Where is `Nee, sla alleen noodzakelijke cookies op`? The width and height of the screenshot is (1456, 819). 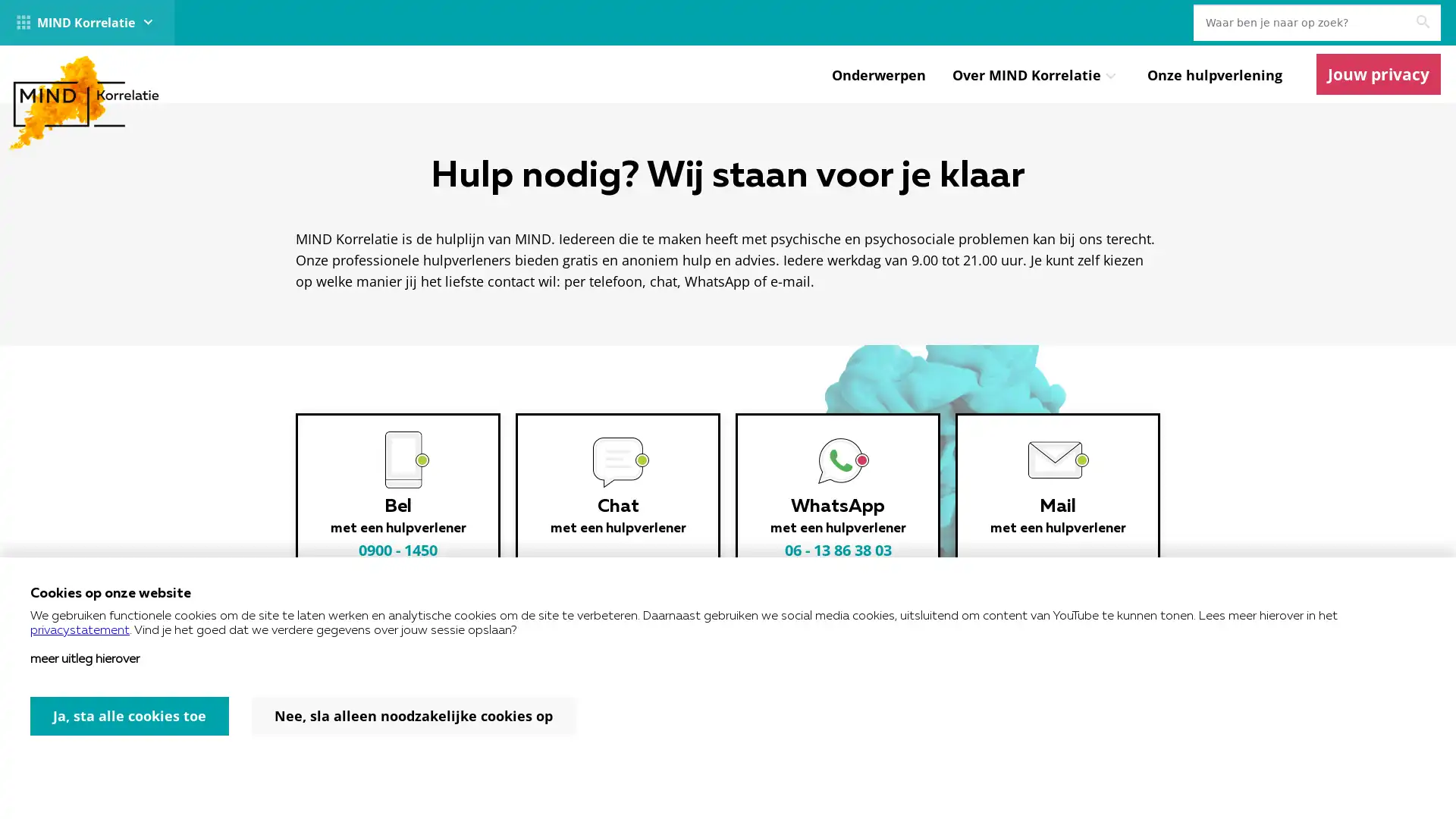 Nee, sla alleen noodzakelijke cookies op is located at coordinates (413, 716).